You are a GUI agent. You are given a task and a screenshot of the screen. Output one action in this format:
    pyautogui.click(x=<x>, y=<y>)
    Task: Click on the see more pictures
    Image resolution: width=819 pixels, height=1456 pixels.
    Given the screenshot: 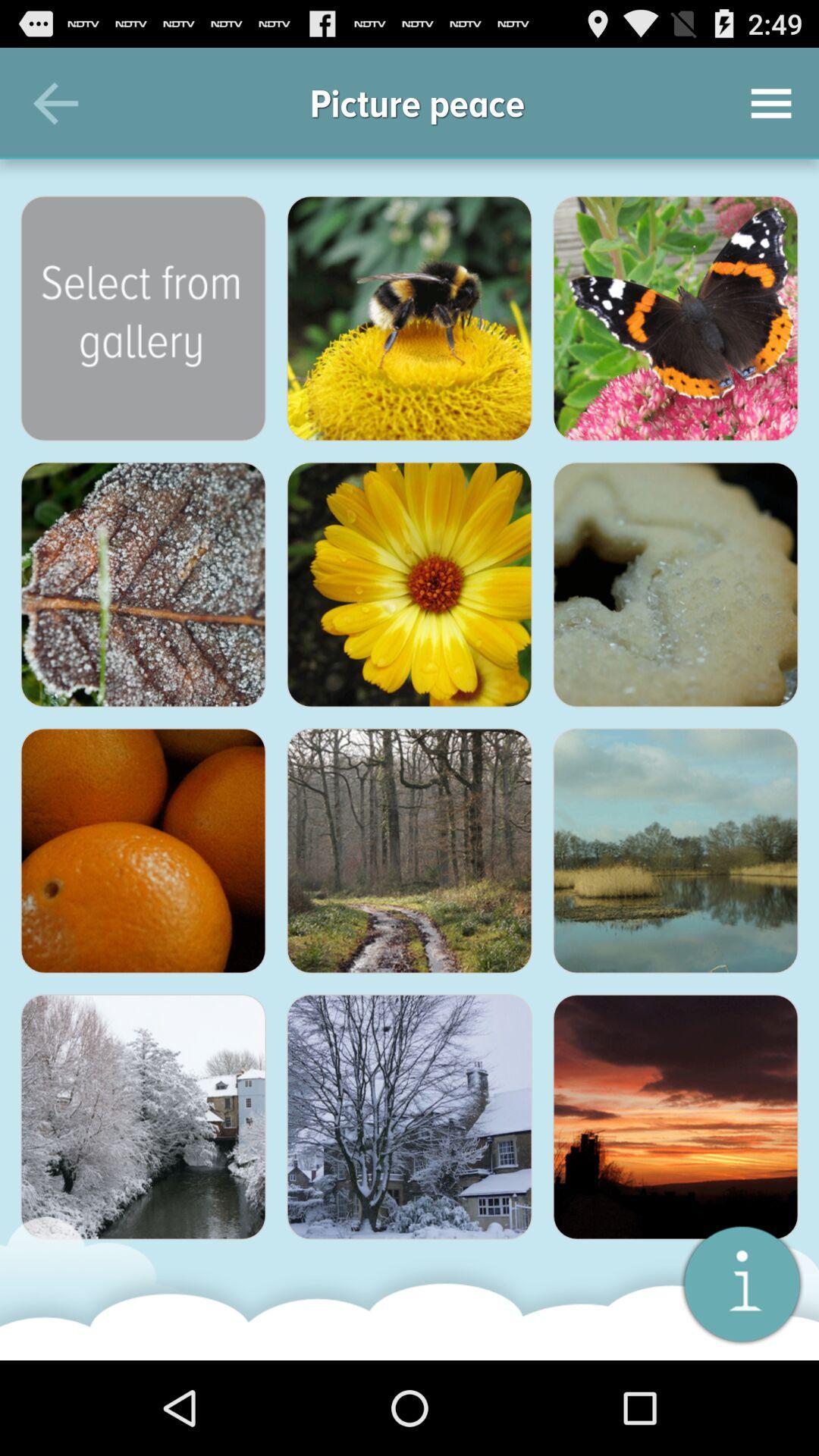 What is the action you would take?
    pyautogui.click(x=143, y=318)
    